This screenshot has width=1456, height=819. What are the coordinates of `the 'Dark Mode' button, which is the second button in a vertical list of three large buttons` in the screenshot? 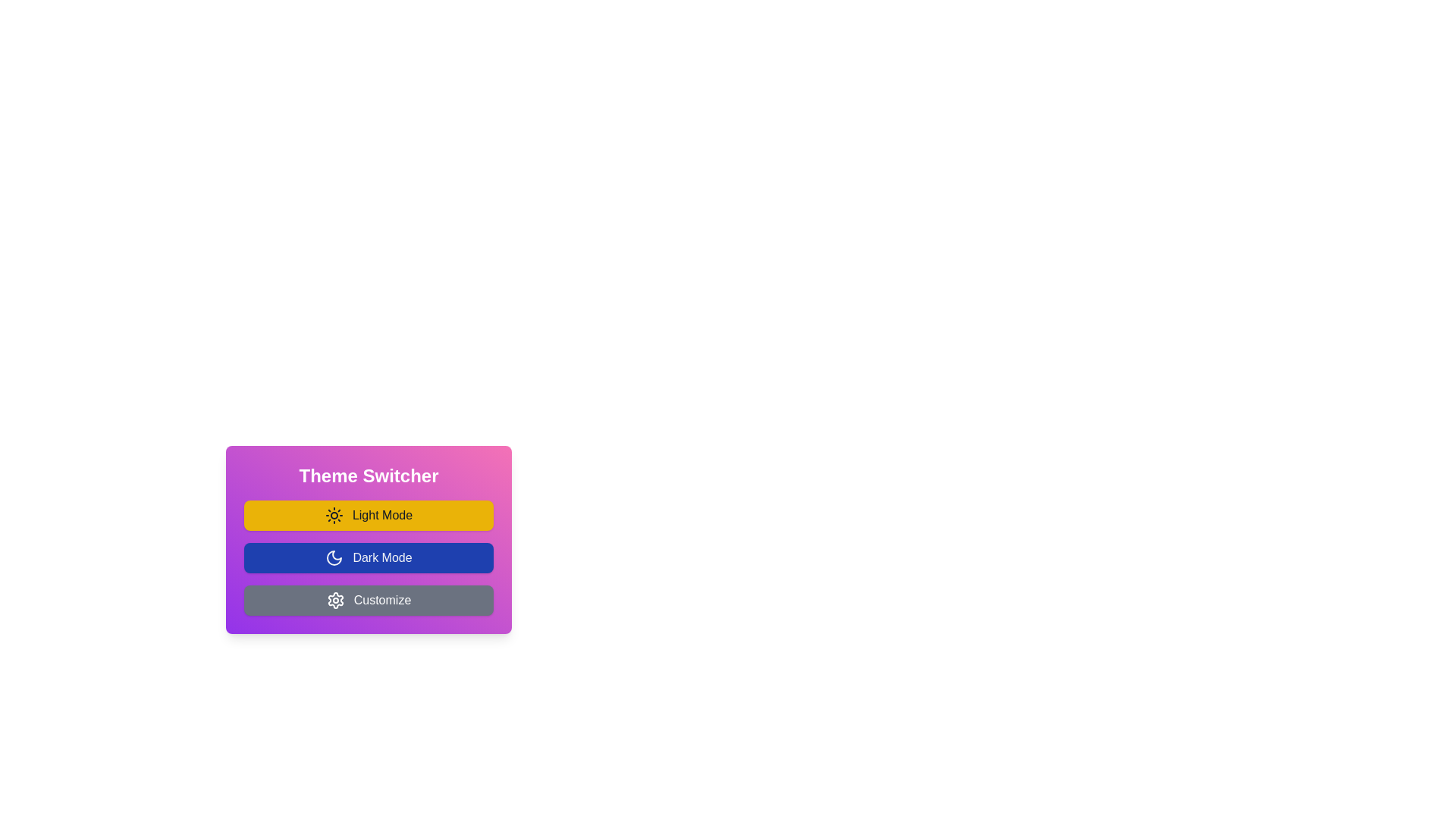 It's located at (369, 543).